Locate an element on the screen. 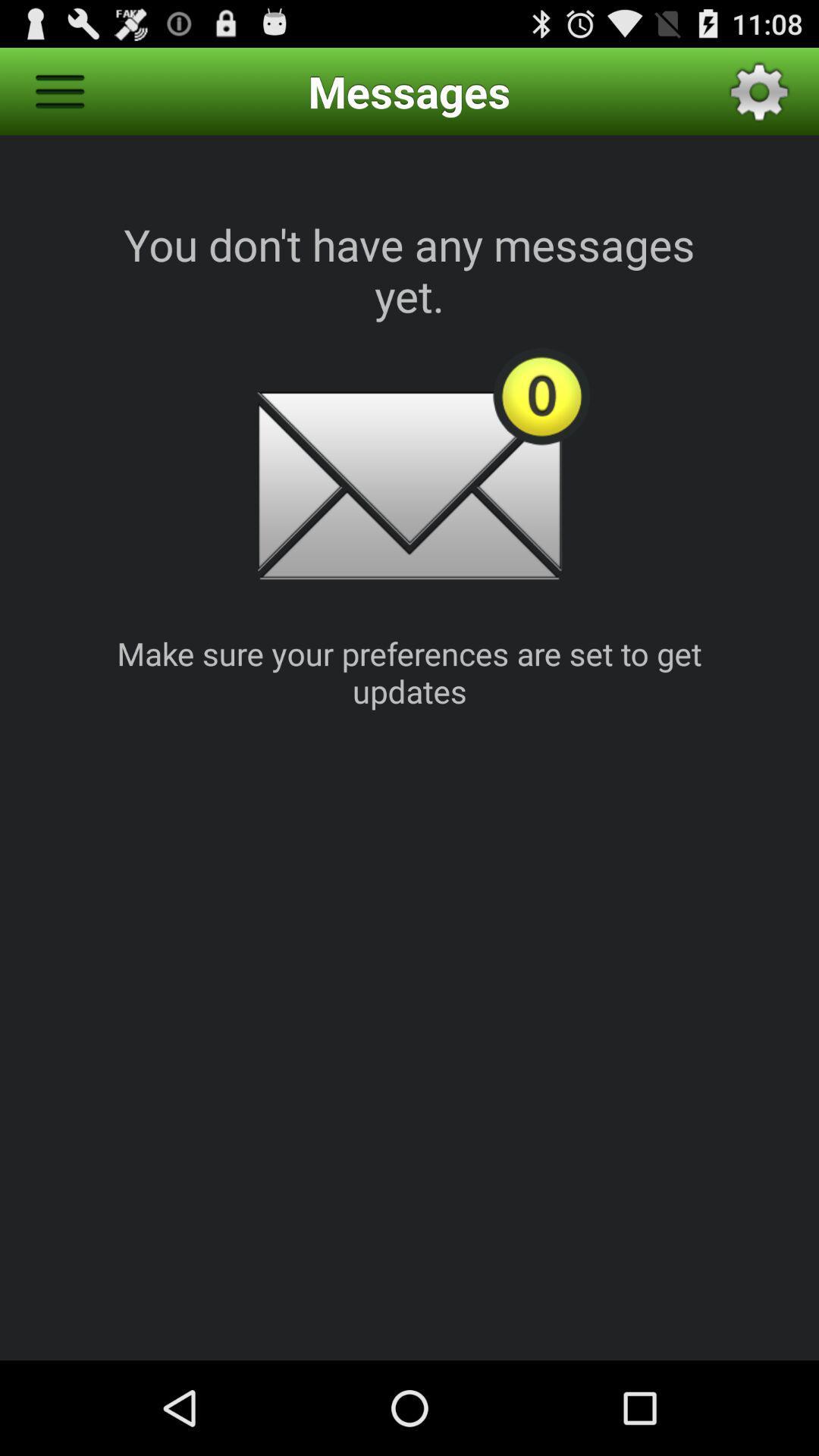 This screenshot has width=819, height=1456. the settings icon is located at coordinates (759, 97).